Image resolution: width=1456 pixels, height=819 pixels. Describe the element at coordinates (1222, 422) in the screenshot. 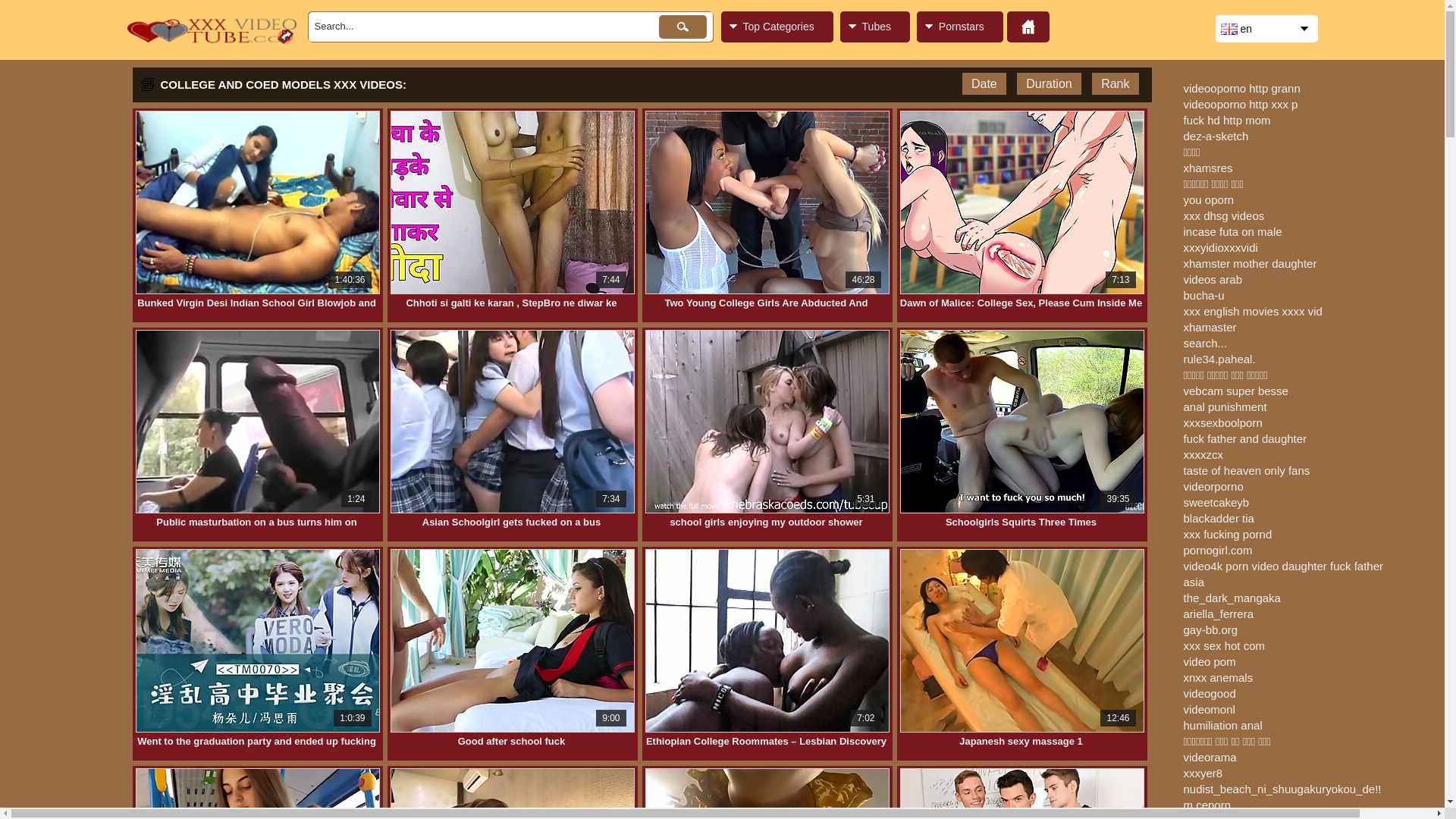

I see `'xxxsexboolporn'` at that location.